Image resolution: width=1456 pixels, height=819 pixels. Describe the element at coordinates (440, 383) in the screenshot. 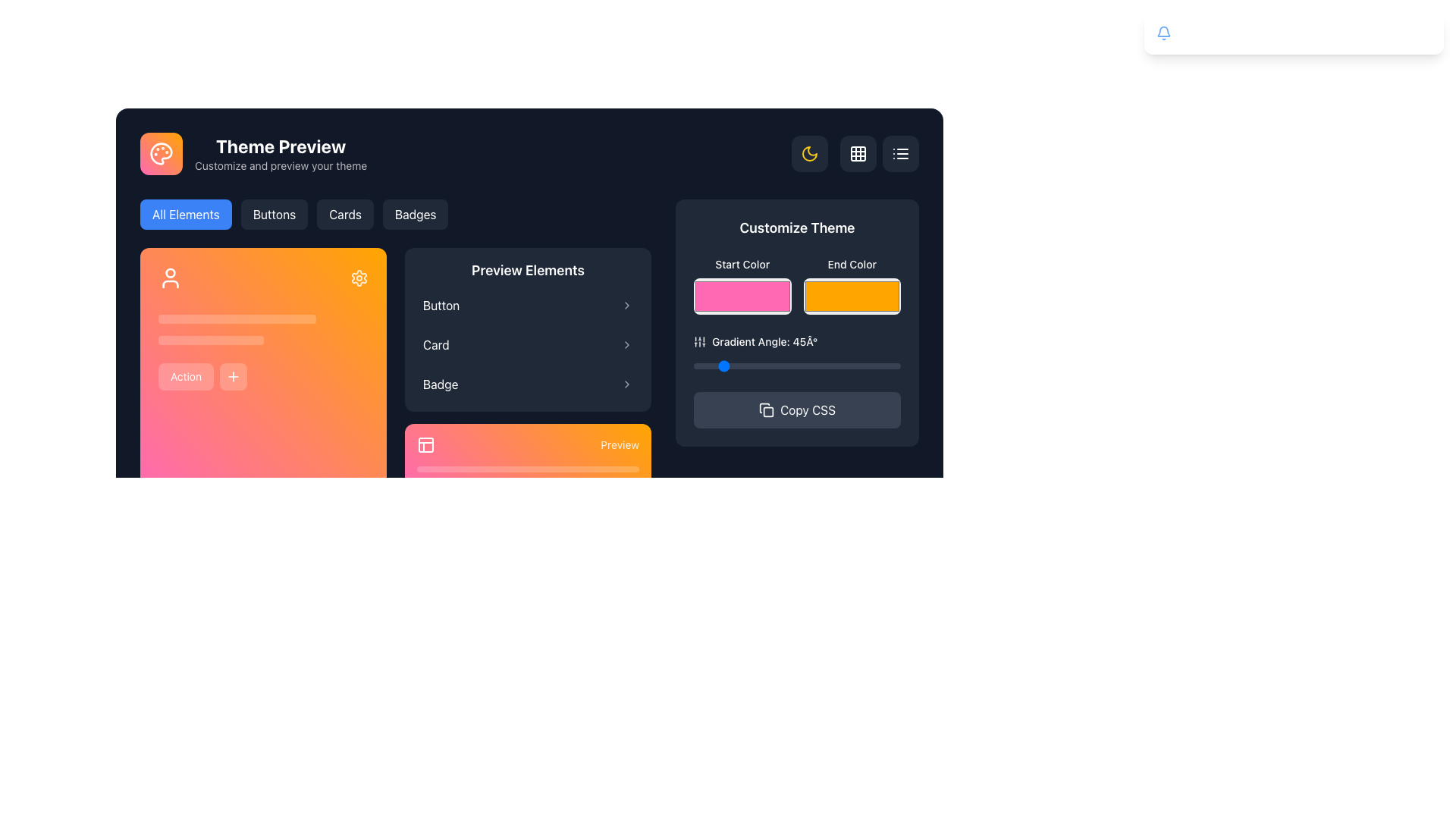

I see `the Text label that indicates an option in the 'Preview Elements' section, located as the third item in the vertical list below the 'Button' and 'Card' options` at that location.